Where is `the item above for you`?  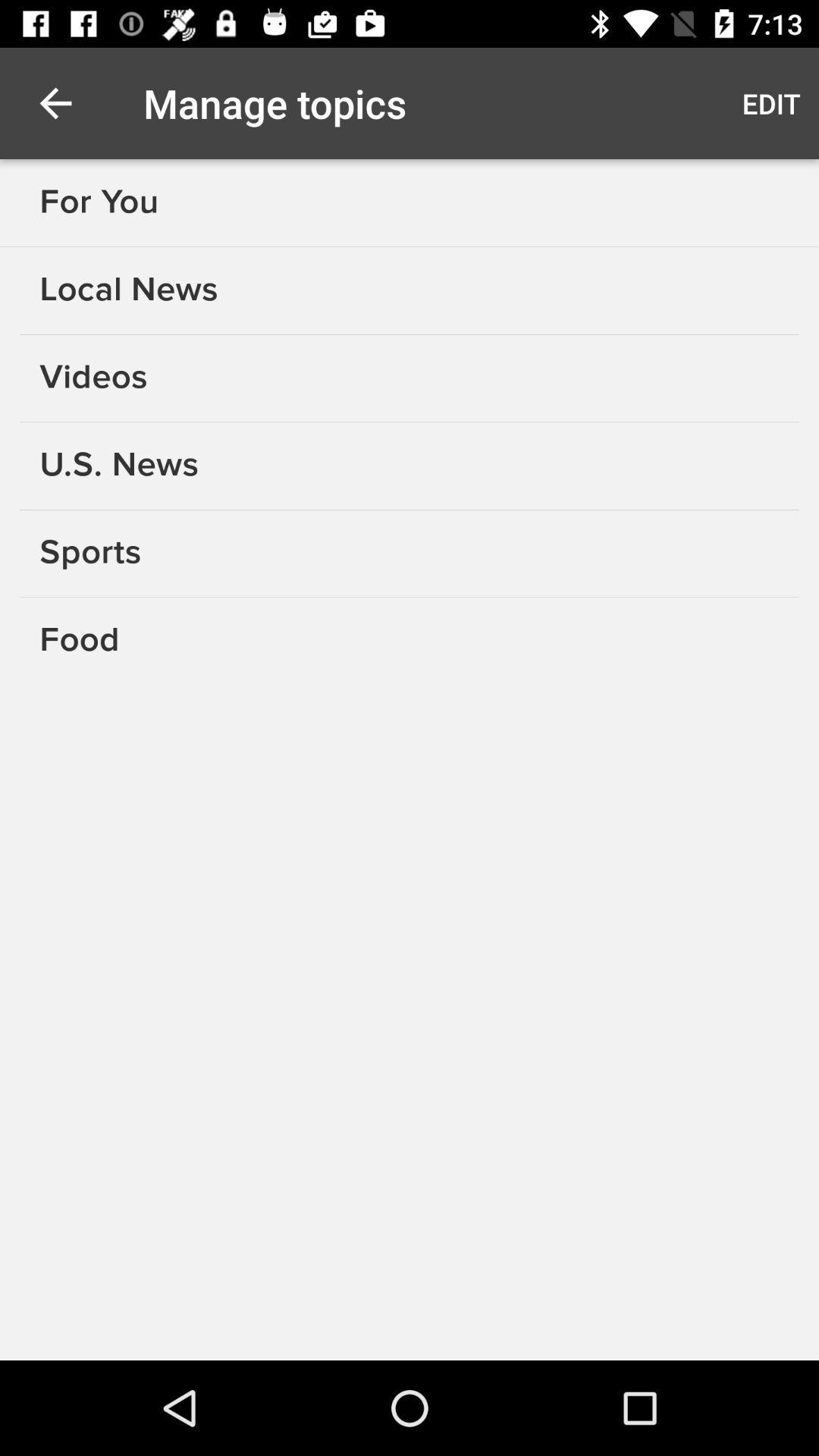
the item above for you is located at coordinates (55, 102).